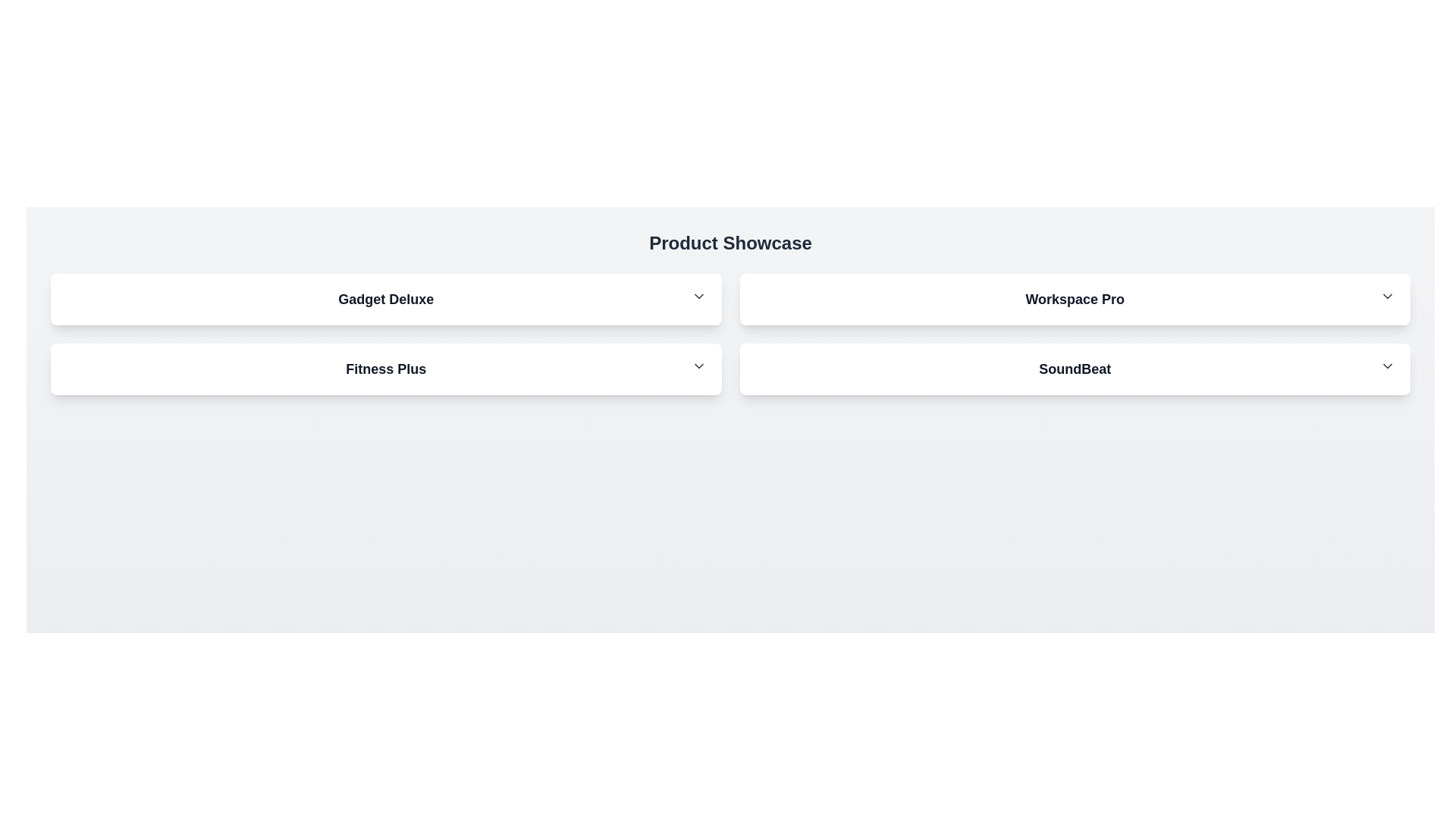 Image resolution: width=1456 pixels, height=819 pixels. Describe the element at coordinates (730, 242) in the screenshot. I see `the header text element that indicates the purpose of the section showcasing products, located at the top of the visible section` at that location.